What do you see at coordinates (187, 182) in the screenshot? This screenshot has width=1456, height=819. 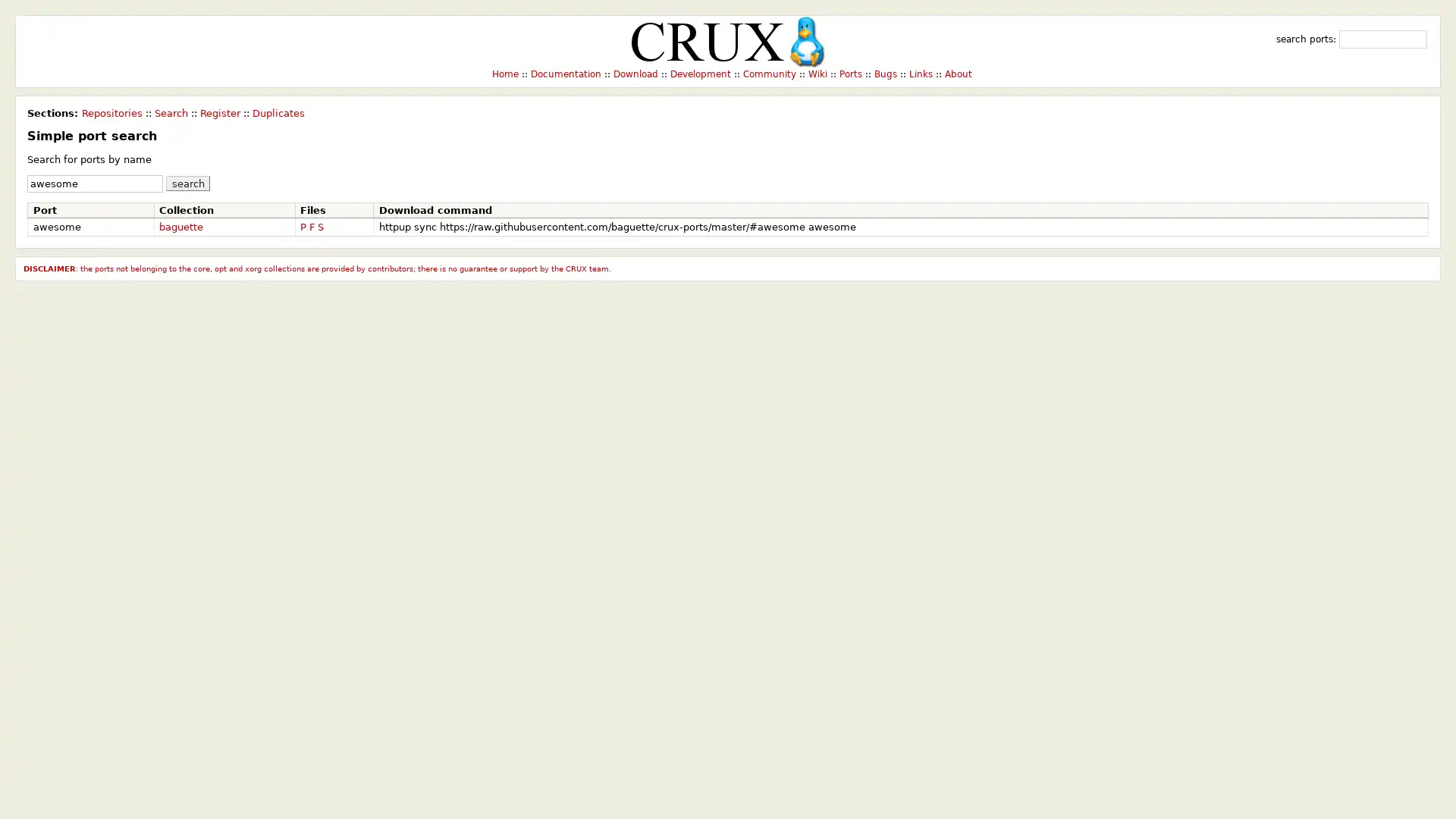 I see `search` at bounding box center [187, 182].